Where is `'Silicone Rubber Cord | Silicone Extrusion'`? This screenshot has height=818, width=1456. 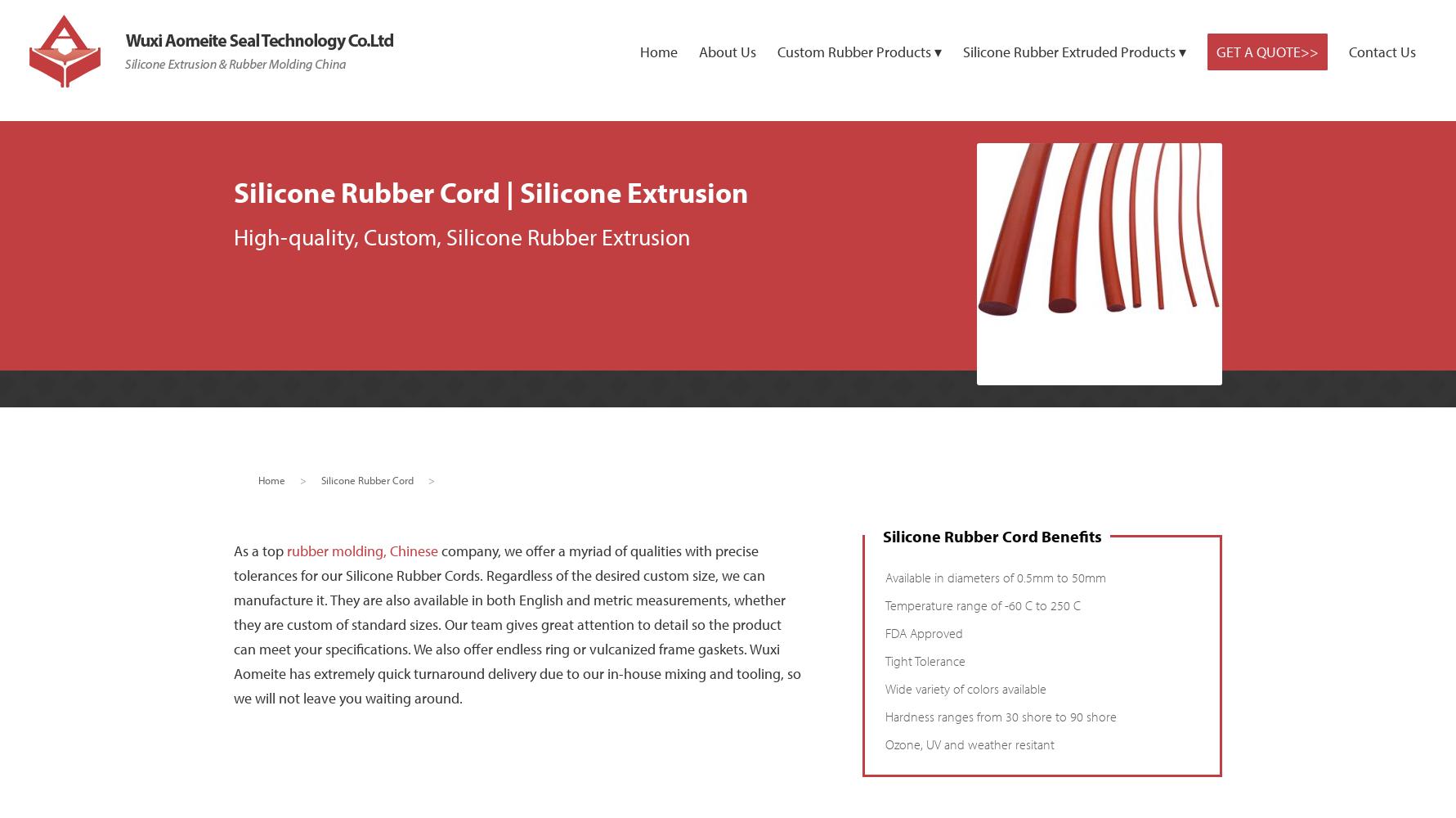
'Silicone Rubber Cord | Silicone Extrusion' is located at coordinates (490, 191).